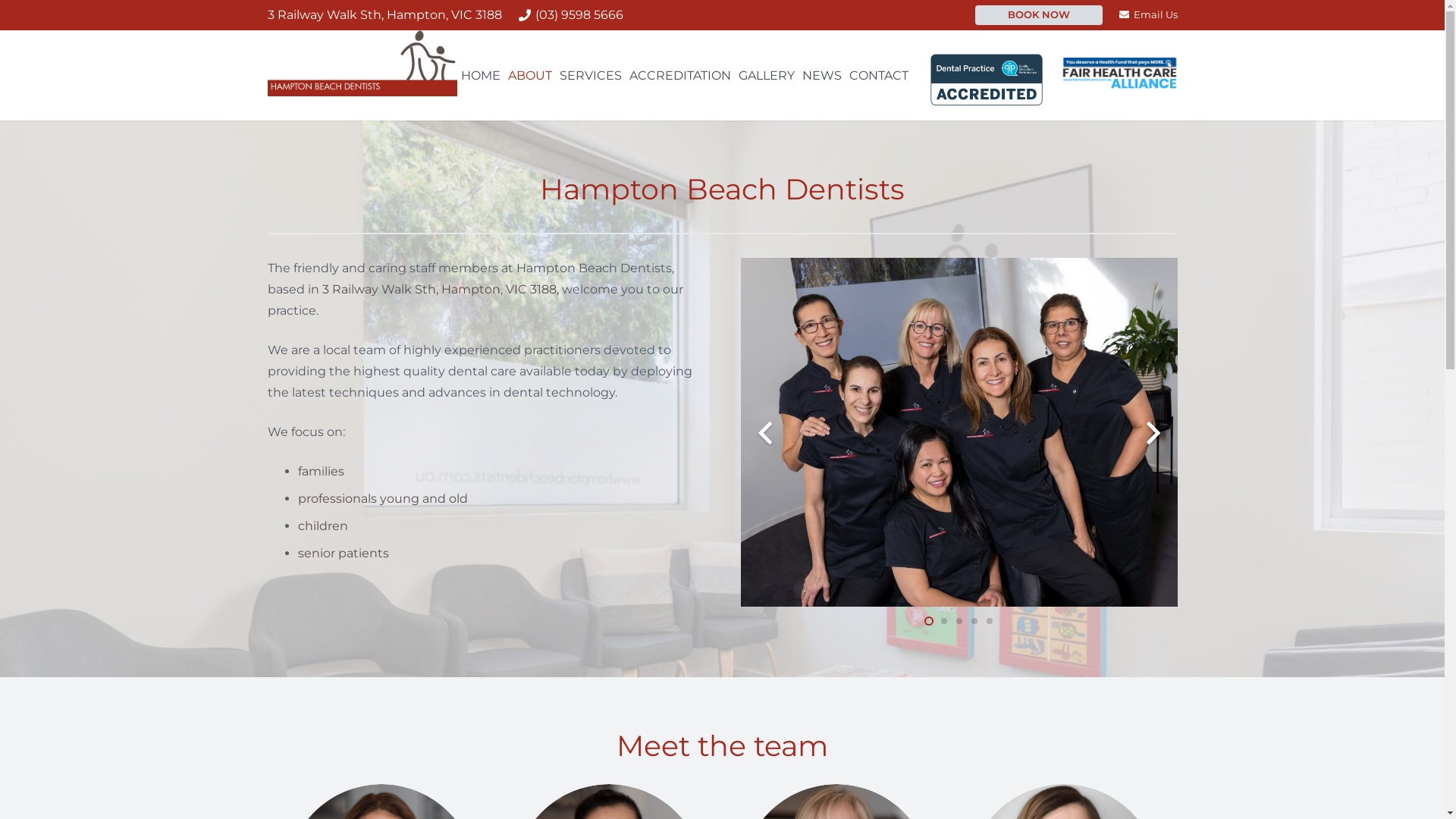 The width and height of the screenshot is (1456, 819). I want to click on 'GALLERY', so click(767, 75).